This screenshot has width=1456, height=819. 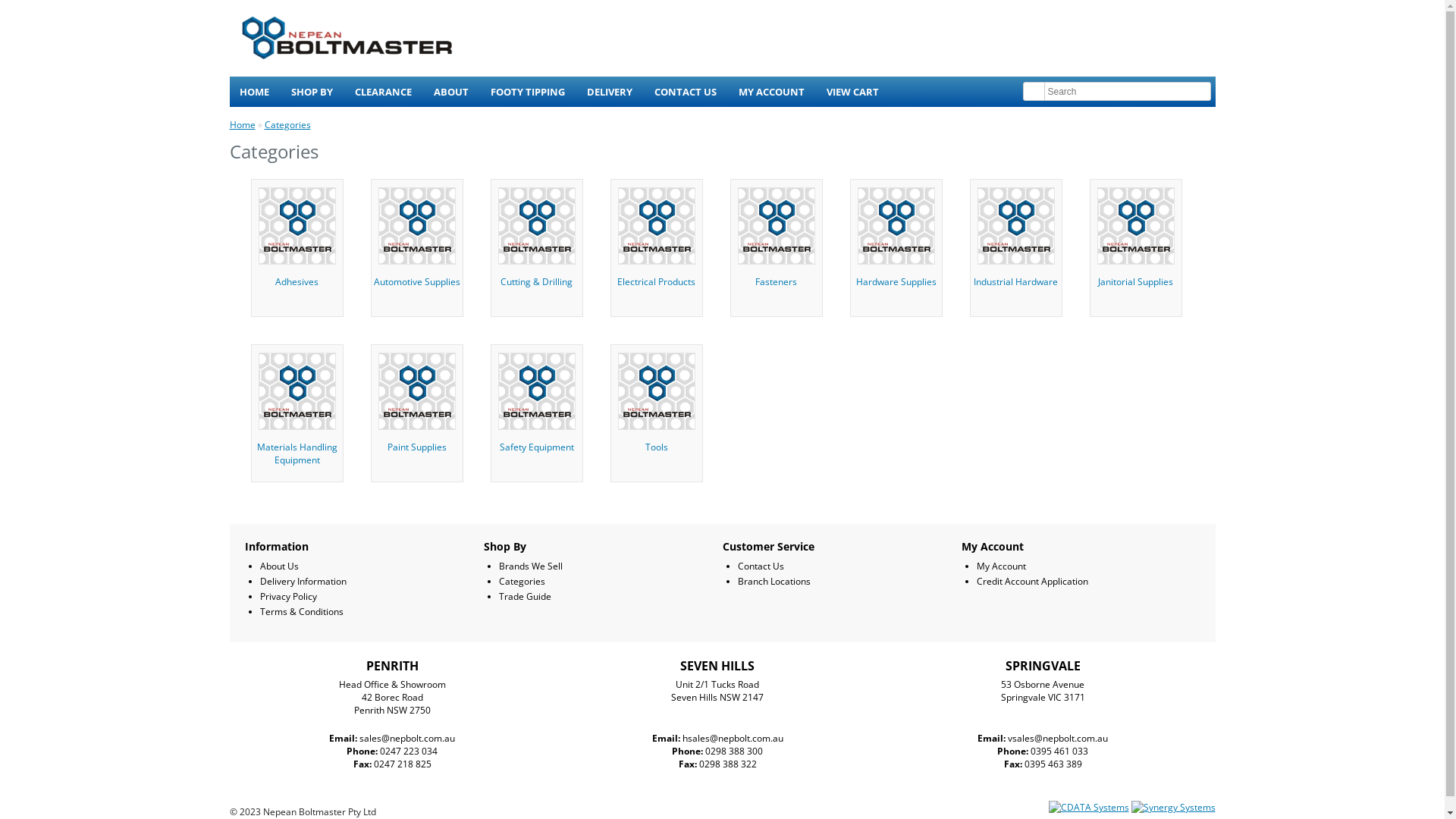 I want to click on 'SHOP BY', so click(x=310, y=91).